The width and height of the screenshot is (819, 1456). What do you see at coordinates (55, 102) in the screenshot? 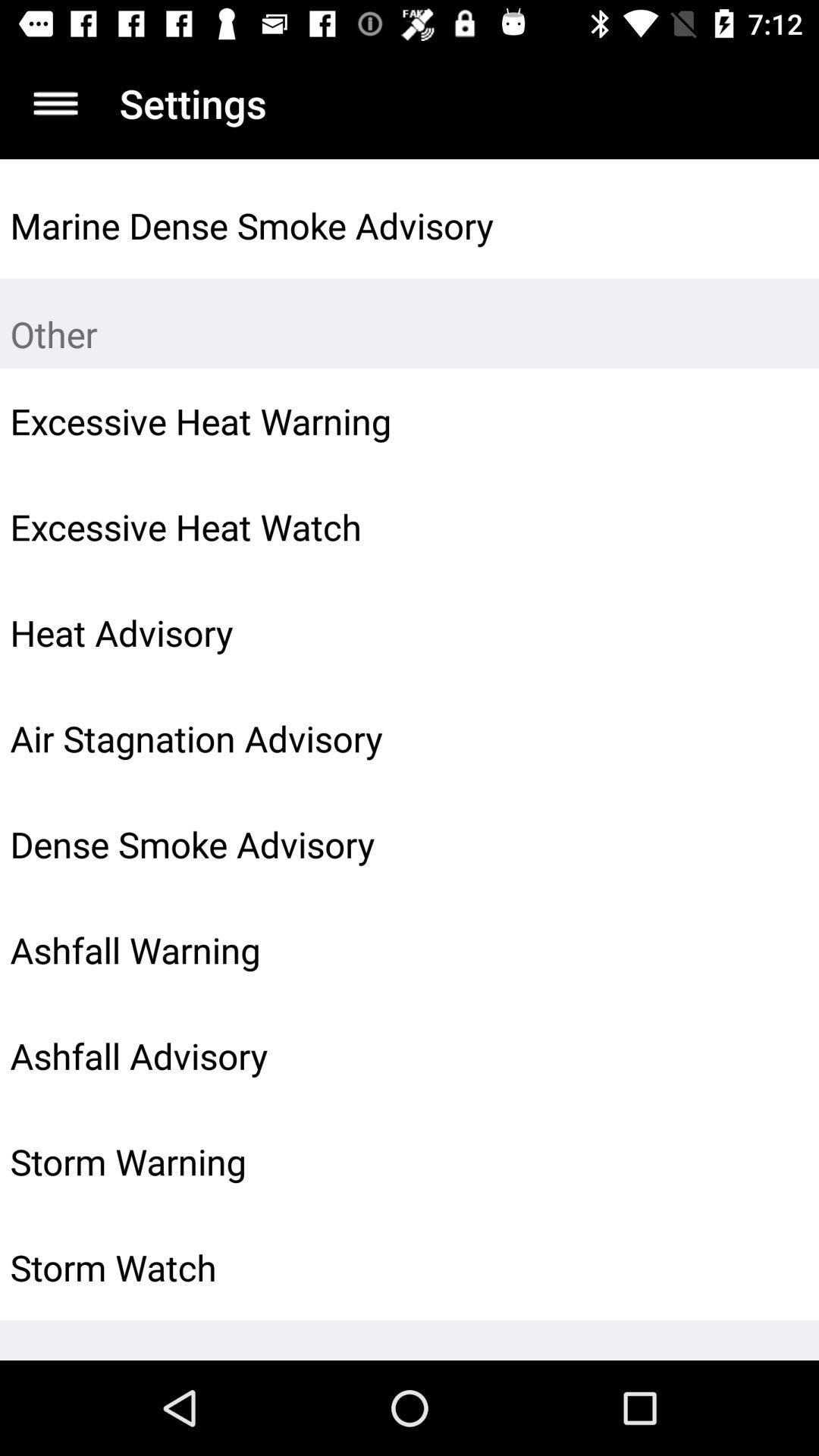
I see `menu` at bounding box center [55, 102].